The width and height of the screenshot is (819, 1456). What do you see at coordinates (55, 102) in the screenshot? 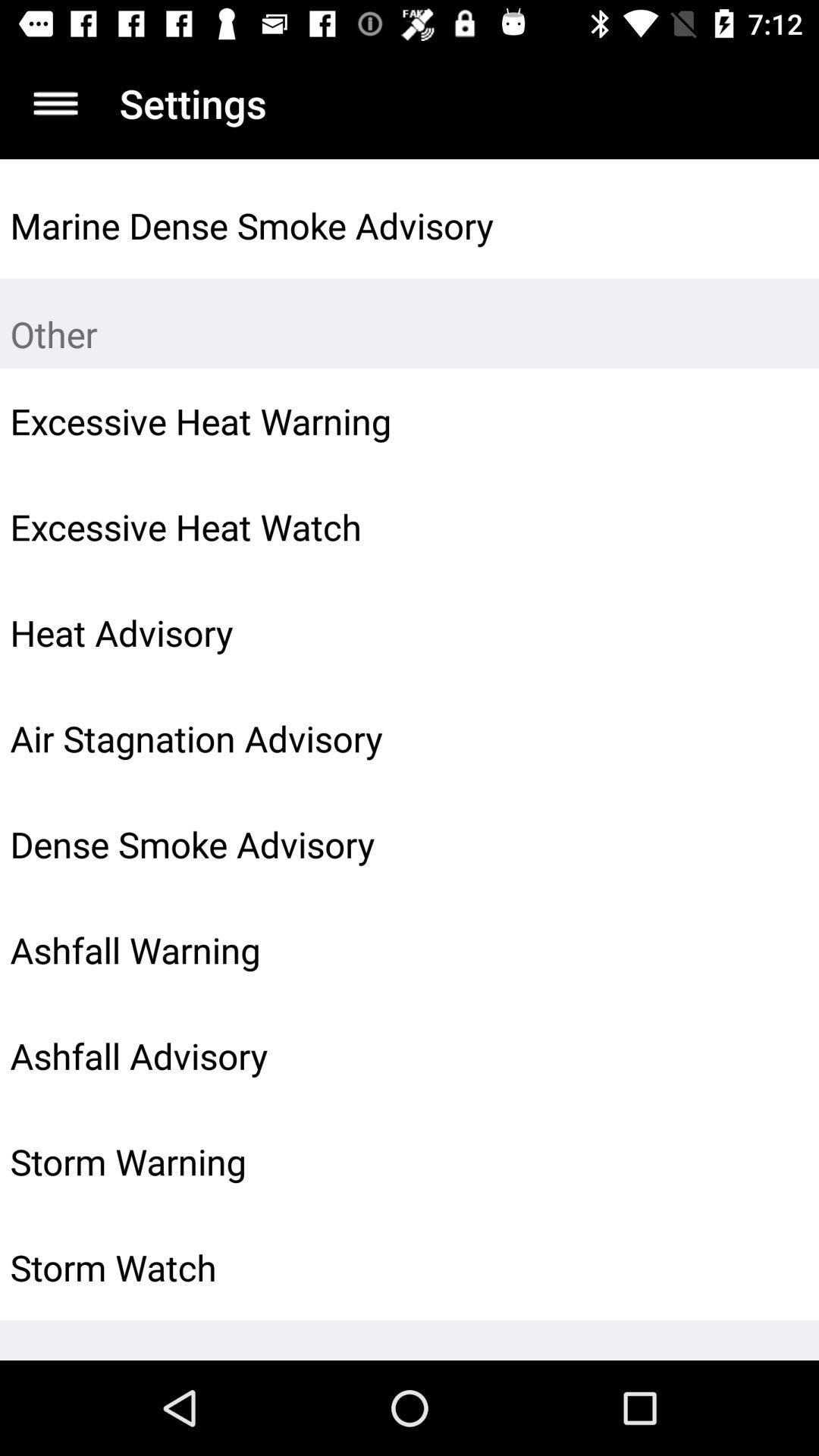
I see `menu` at bounding box center [55, 102].